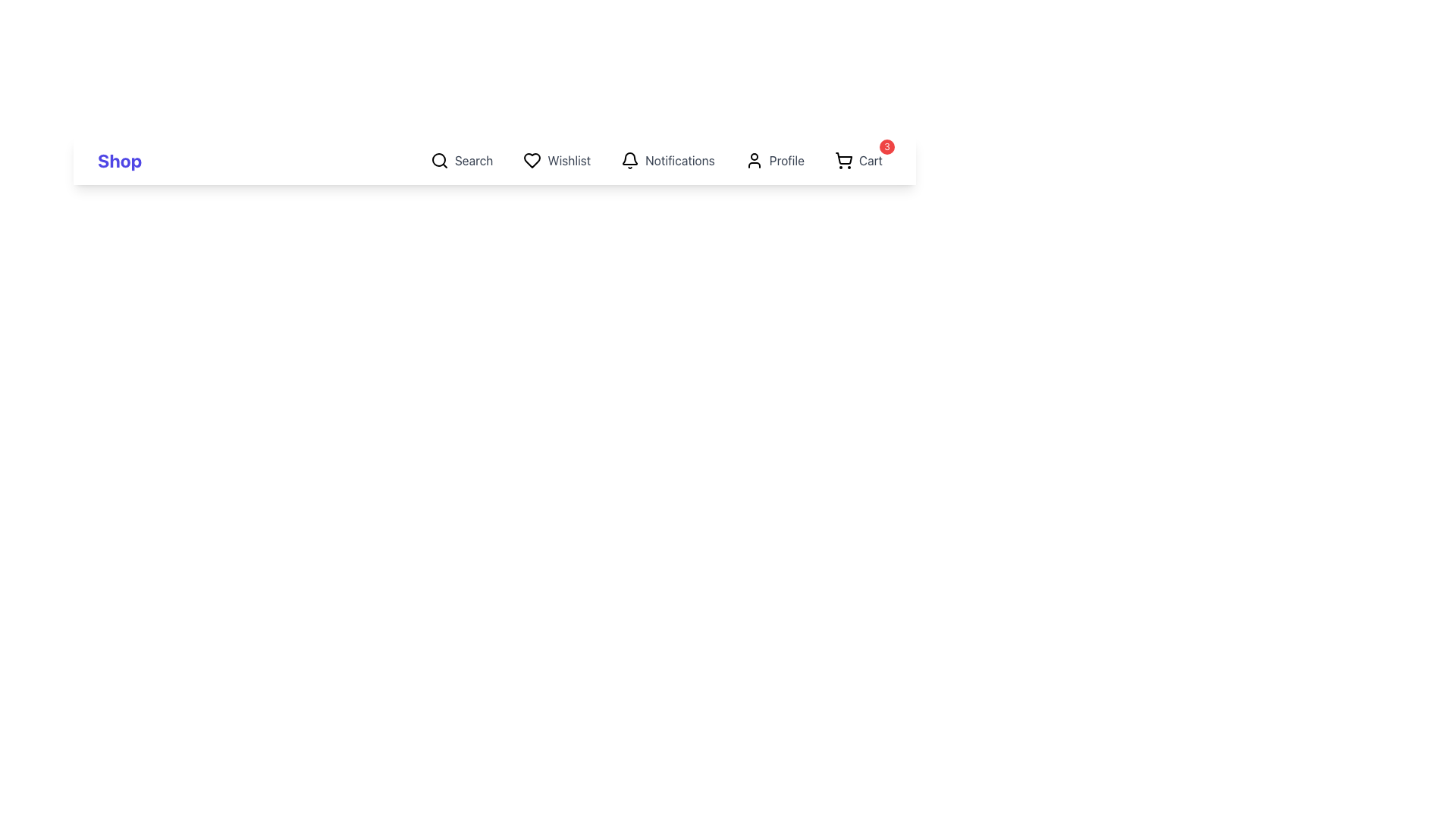  Describe the element at coordinates (556, 161) in the screenshot. I see `the navigation button located in the top bar, specifically the second button from the left` at that location.